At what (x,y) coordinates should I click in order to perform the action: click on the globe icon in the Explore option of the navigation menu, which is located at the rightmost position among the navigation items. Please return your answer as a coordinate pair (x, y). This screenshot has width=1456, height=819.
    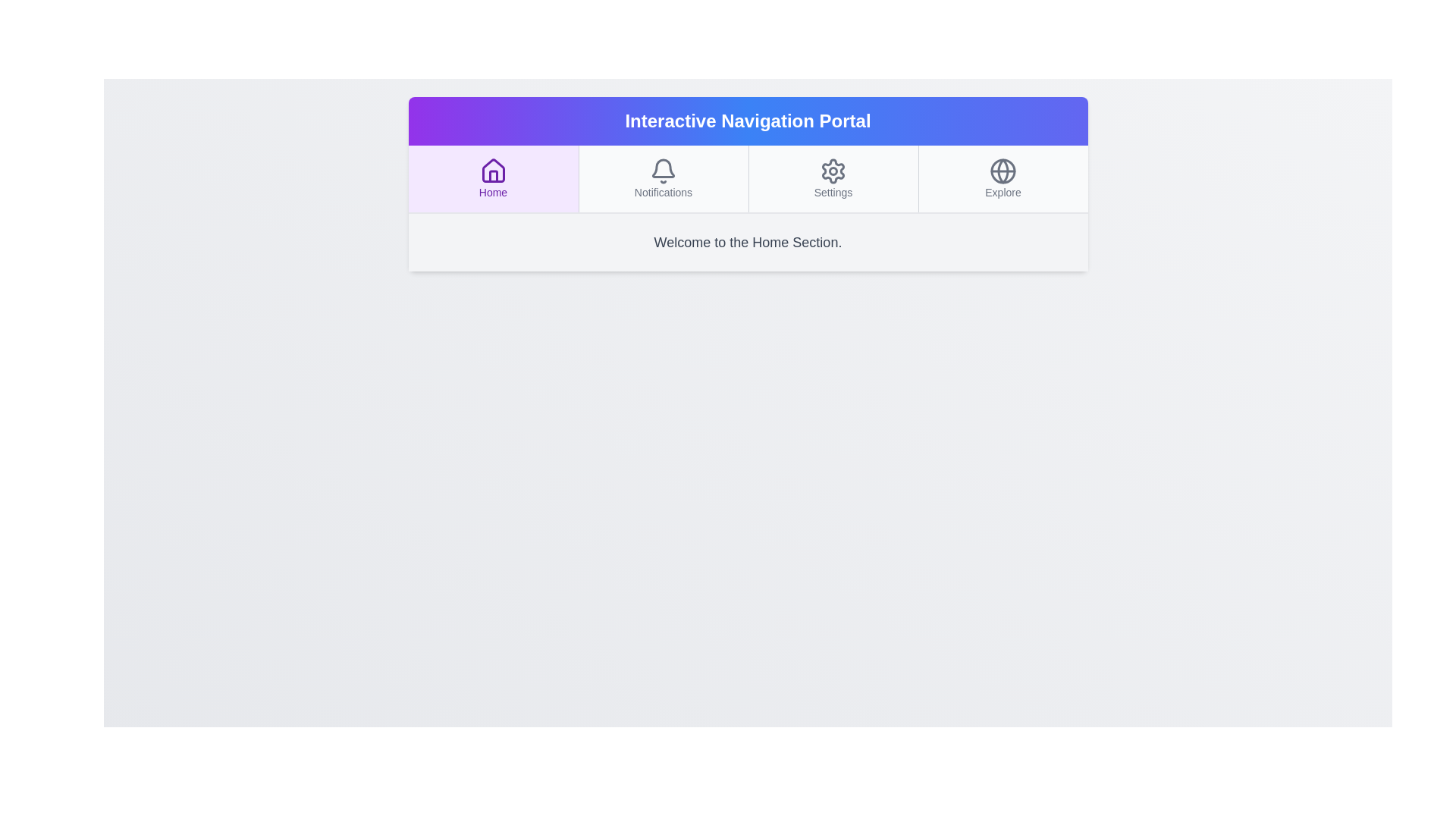
    Looking at the image, I should click on (1003, 171).